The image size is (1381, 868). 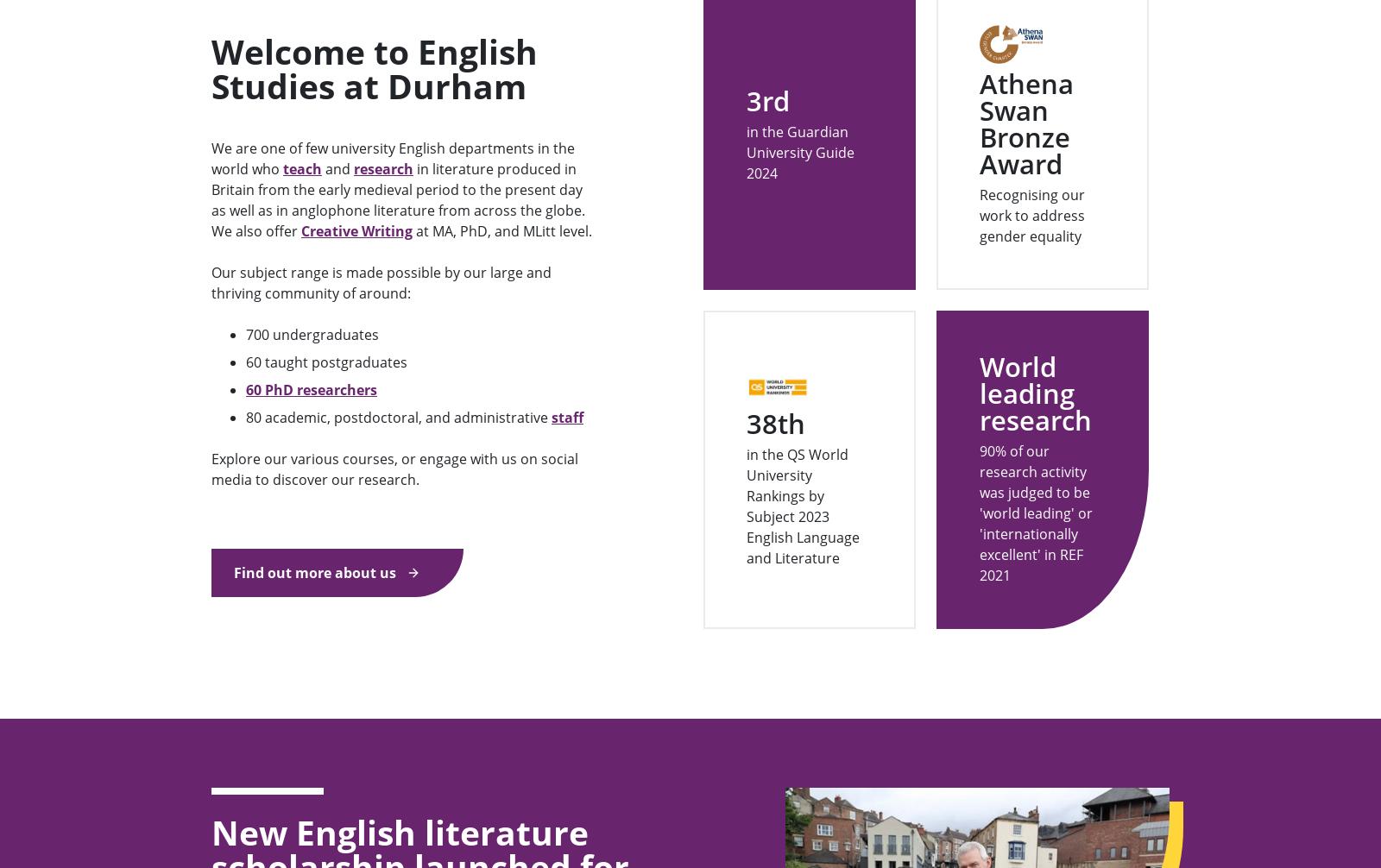 What do you see at coordinates (908, 106) in the screenshot?
I see `'DH1 3AY'` at bounding box center [908, 106].